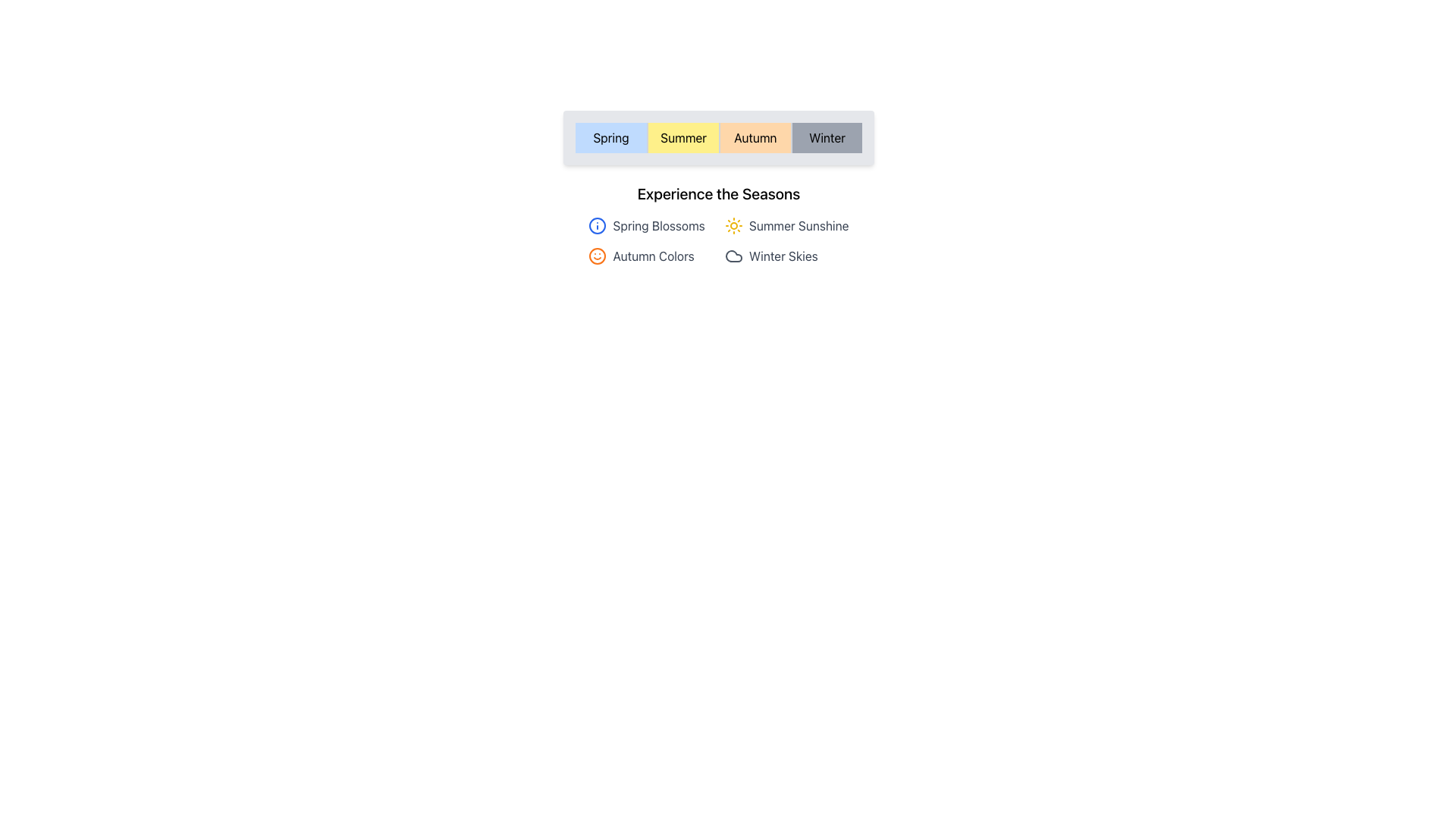 This screenshot has width=1456, height=819. What do you see at coordinates (597, 225) in the screenshot?
I see `the Icon that visually represents information related to the 'Spring Blossoms' label, positioned to the left of the text in a grid layout under 'Experience the Seasons'` at bounding box center [597, 225].